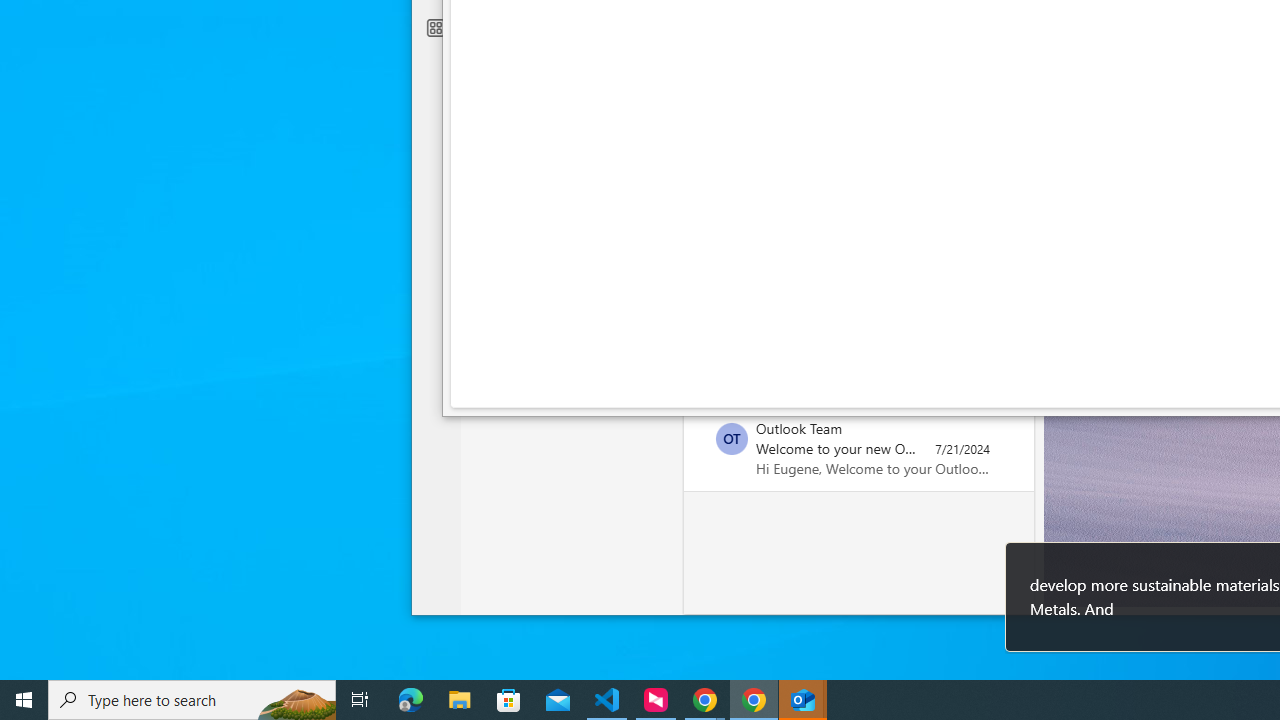  What do you see at coordinates (509, 698) in the screenshot?
I see `'Microsoft Store'` at bounding box center [509, 698].